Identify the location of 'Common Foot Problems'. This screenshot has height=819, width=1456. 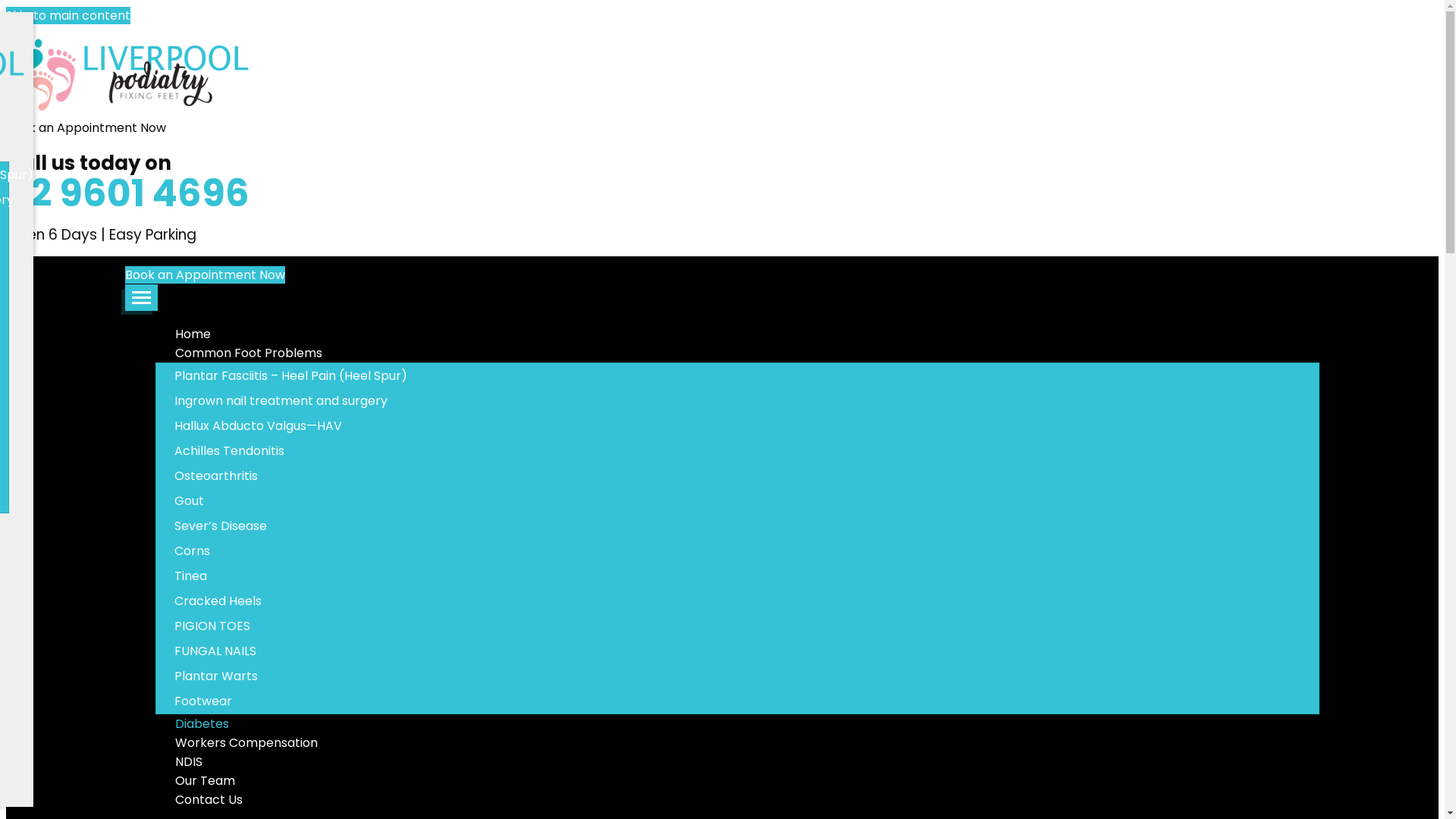
(248, 353).